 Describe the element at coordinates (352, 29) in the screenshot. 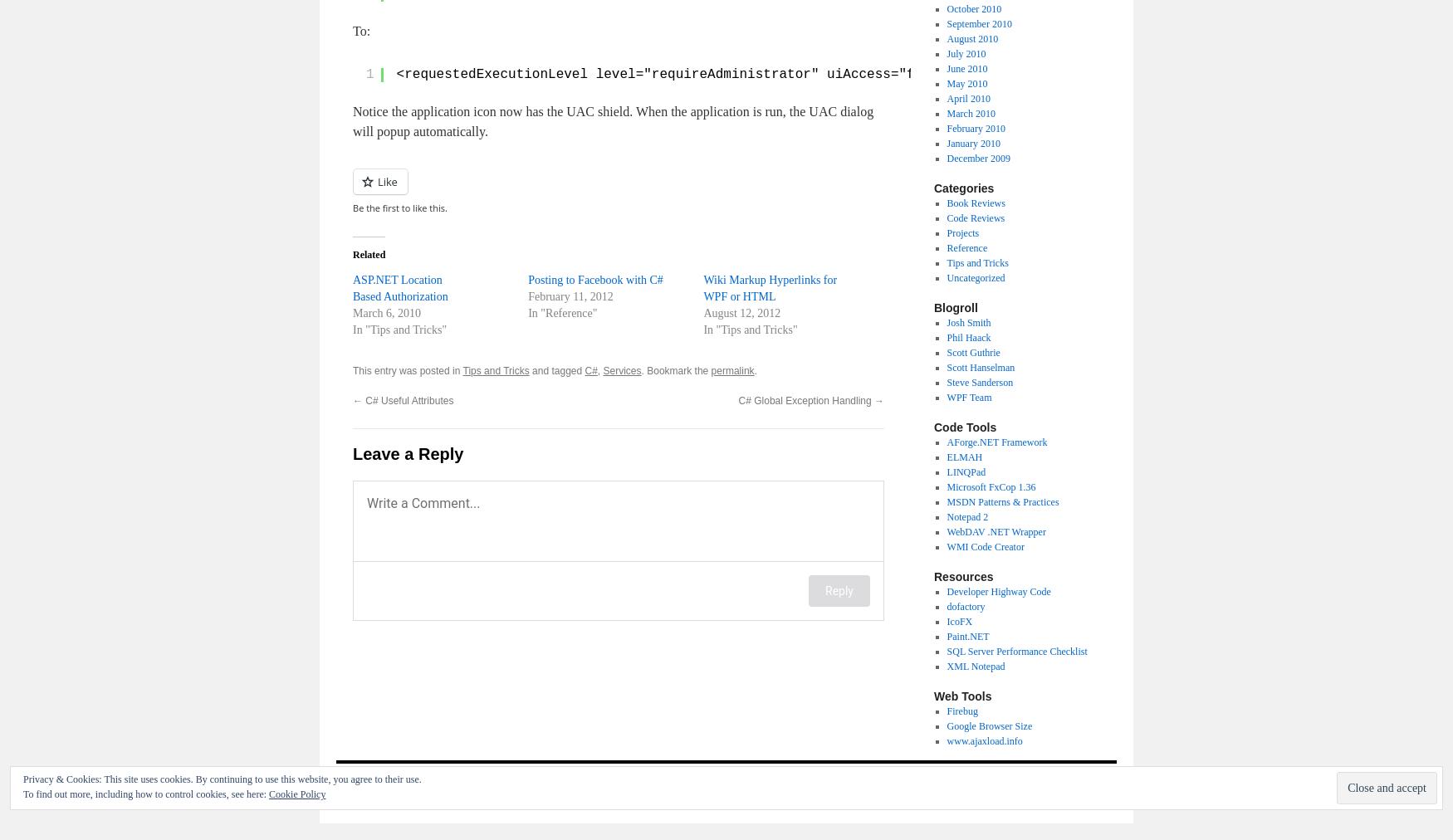

I see `'To:'` at that location.